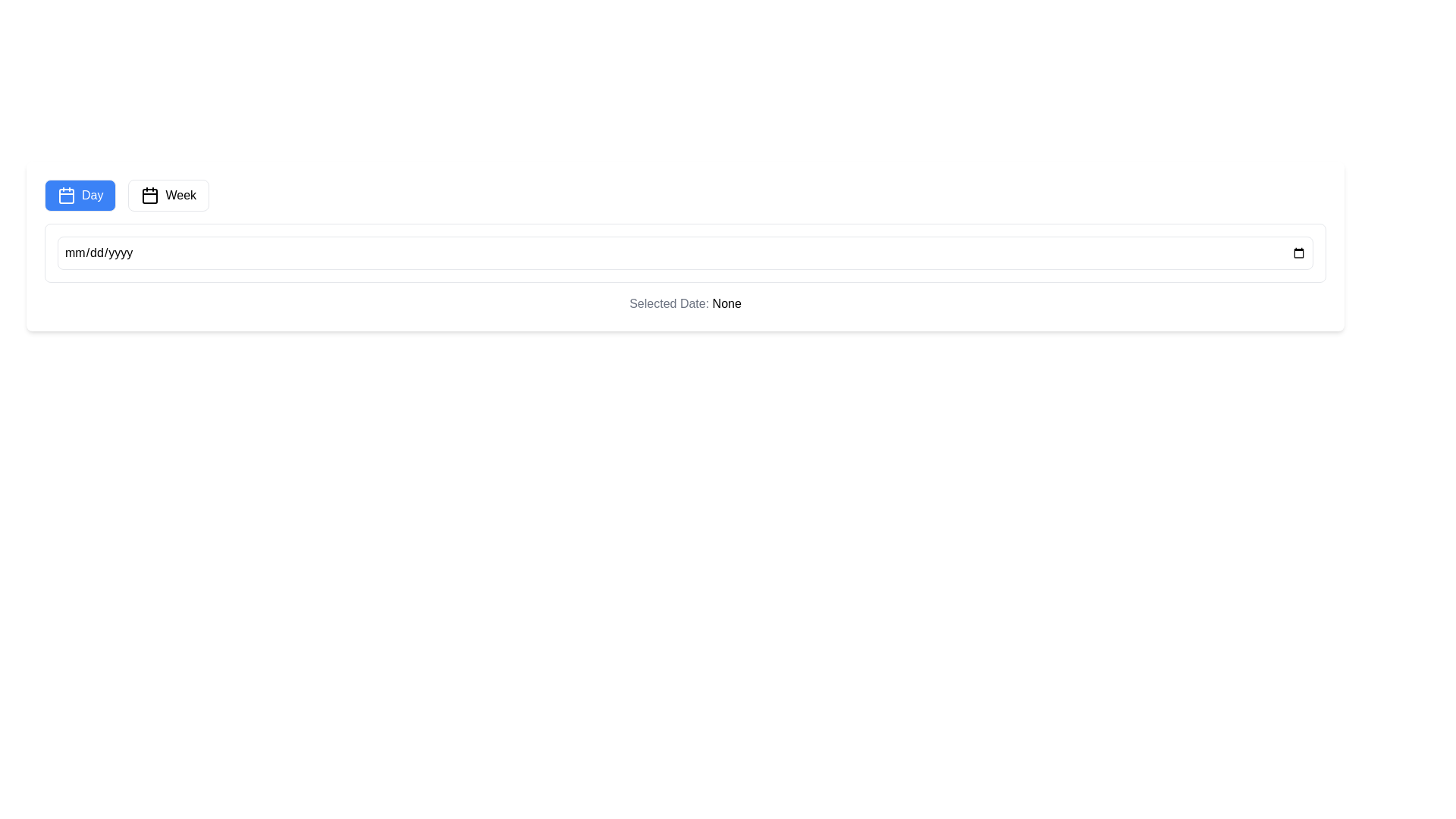 This screenshot has width=1456, height=819. Describe the element at coordinates (65, 195) in the screenshot. I see `the leftmost calendar icon within the blue 'Day' button, which has a rounded square outline and a header bar at the top` at that location.